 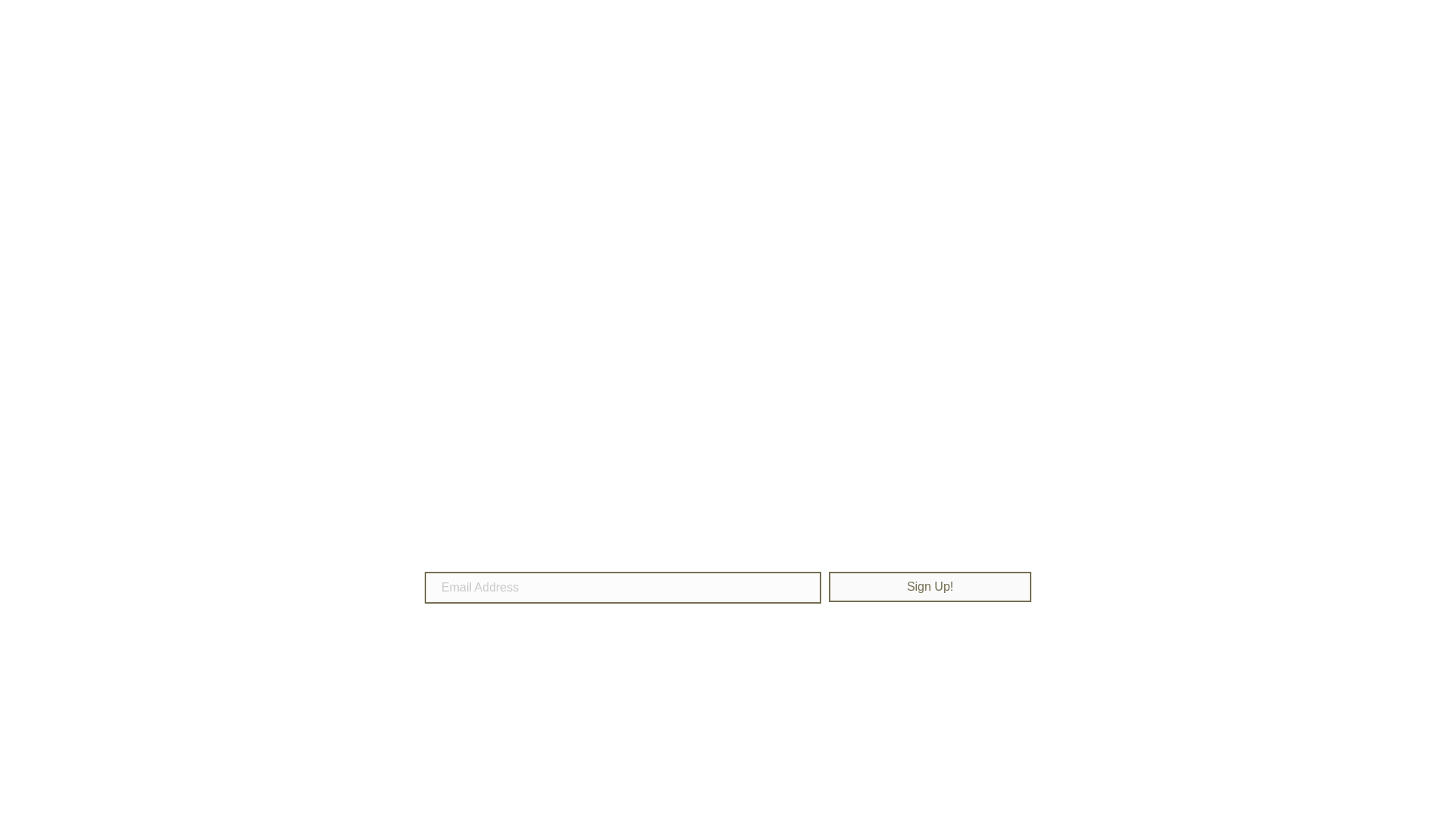 I want to click on 'Sign Up!', so click(x=929, y=586).